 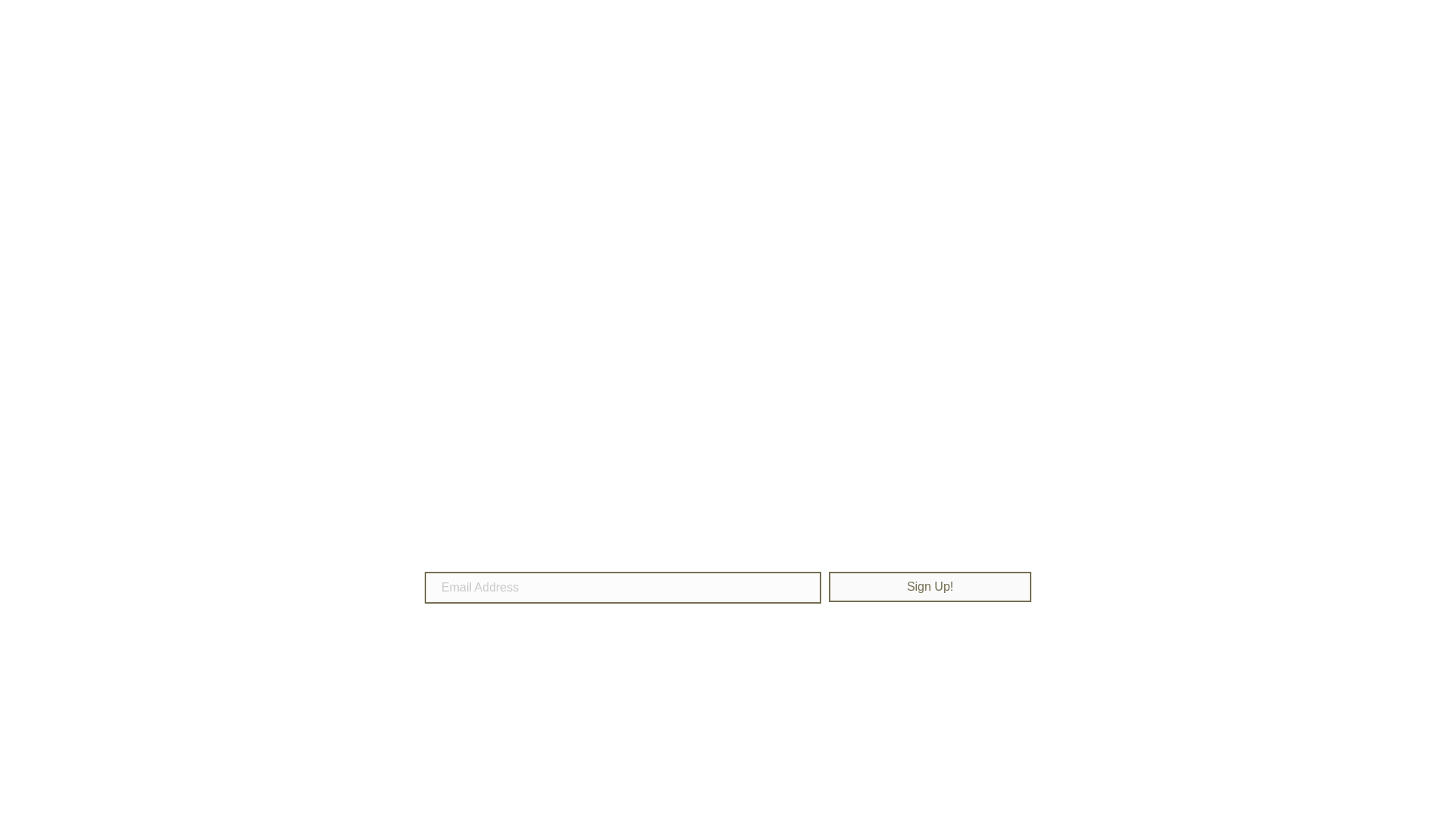 I want to click on 'Sign Up!', so click(x=929, y=586).